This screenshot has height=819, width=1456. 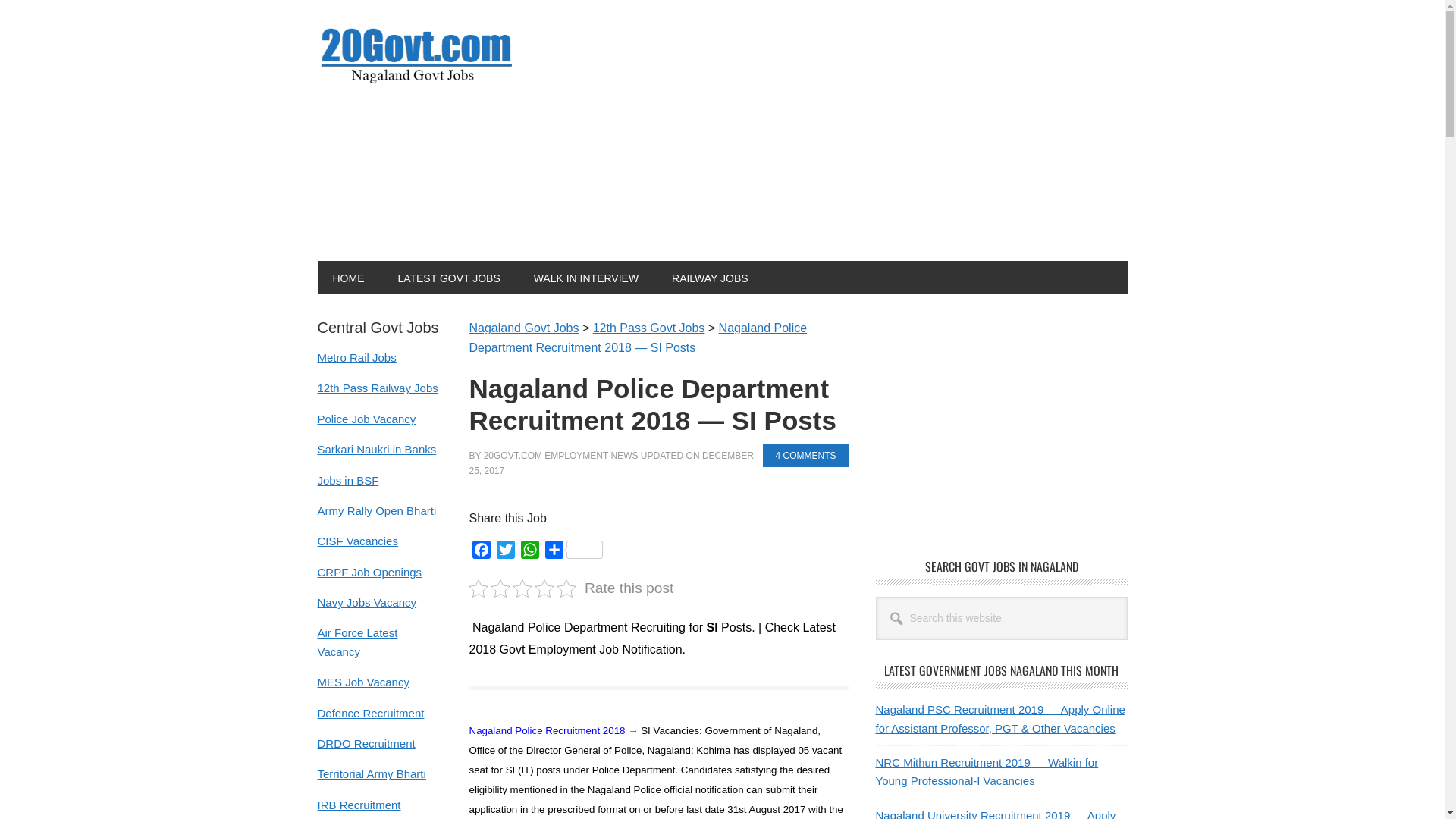 What do you see at coordinates (356, 540) in the screenshot?
I see `'CISF Vacancies'` at bounding box center [356, 540].